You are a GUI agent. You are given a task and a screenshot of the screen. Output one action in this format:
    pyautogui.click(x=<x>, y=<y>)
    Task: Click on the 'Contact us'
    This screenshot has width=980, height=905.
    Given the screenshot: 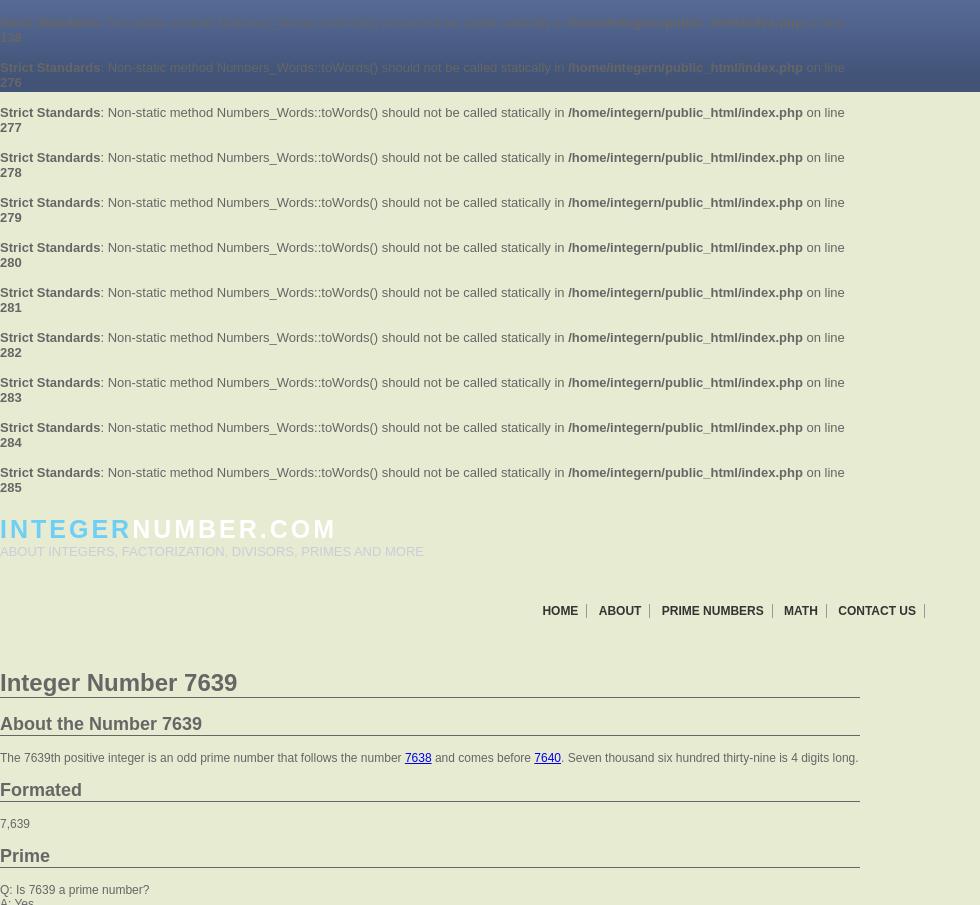 What is the action you would take?
    pyautogui.click(x=837, y=609)
    